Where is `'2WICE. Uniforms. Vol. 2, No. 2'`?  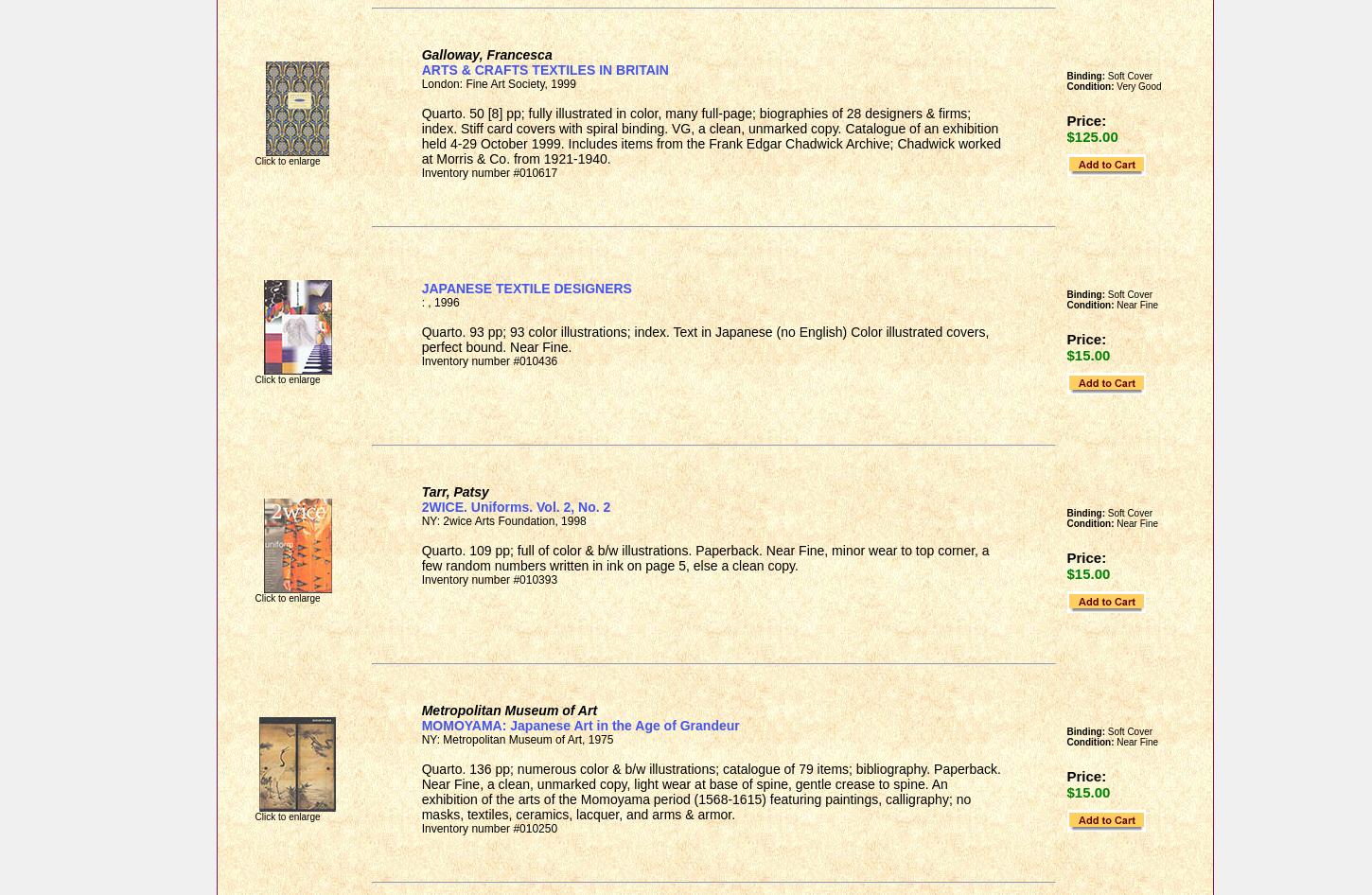 '2WICE. Uniforms. Vol. 2, No. 2' is located at coordinates (516, 507).